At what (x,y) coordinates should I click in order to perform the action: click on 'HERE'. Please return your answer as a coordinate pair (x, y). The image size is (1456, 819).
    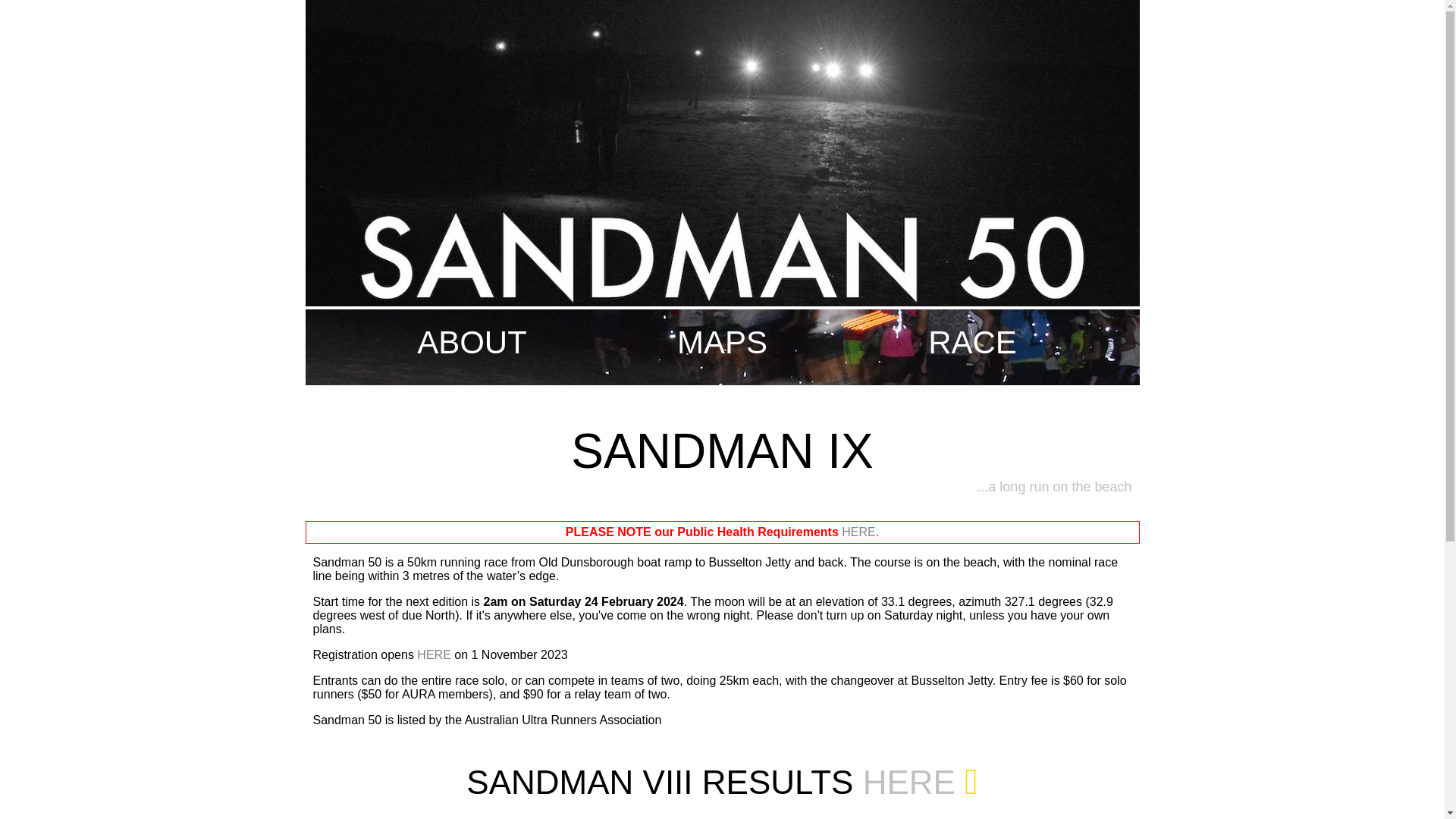
    Looking at the image, I should click on (858, 531).